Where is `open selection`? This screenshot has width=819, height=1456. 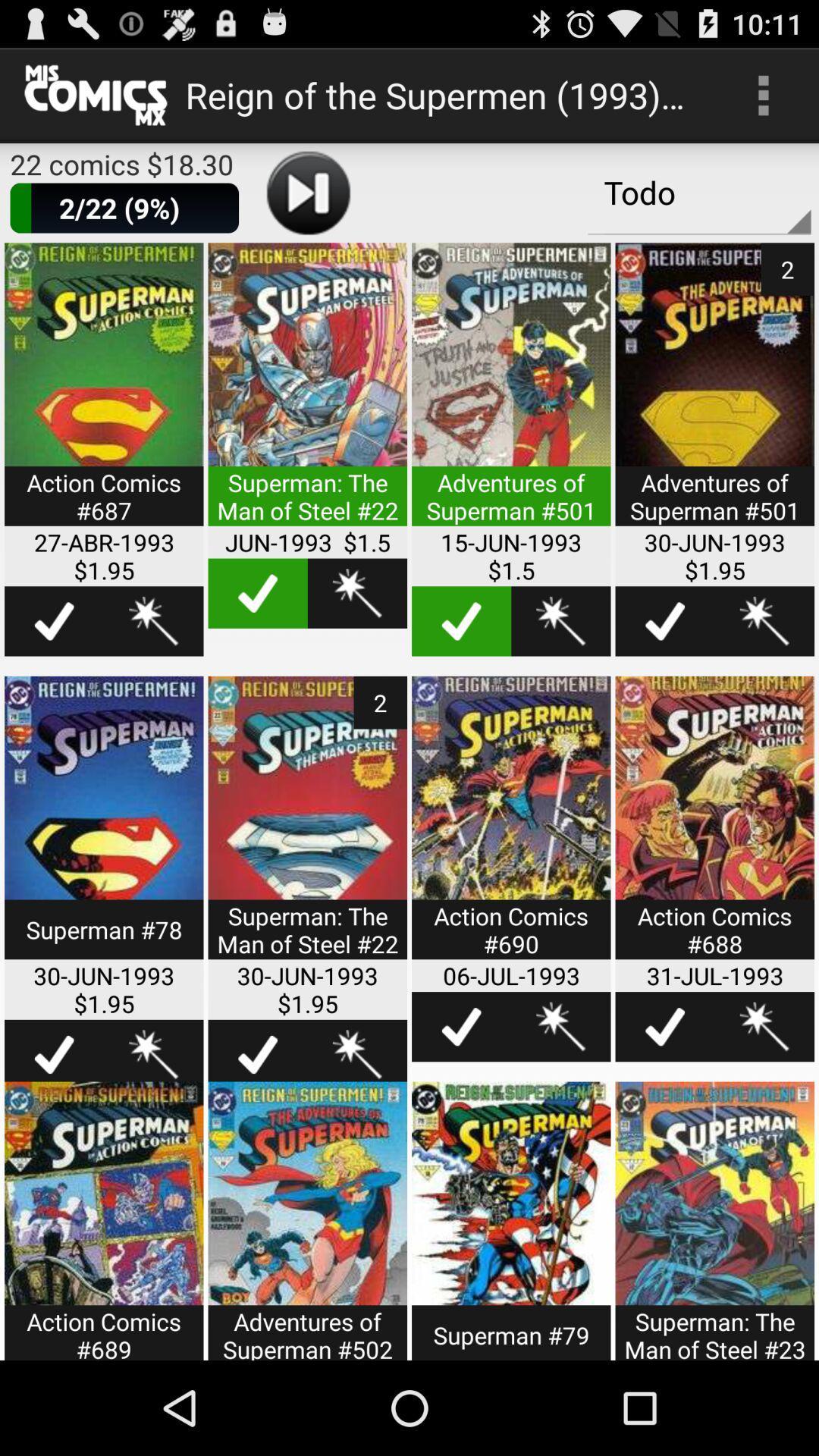
open selection is located at coordinates (511, 394).